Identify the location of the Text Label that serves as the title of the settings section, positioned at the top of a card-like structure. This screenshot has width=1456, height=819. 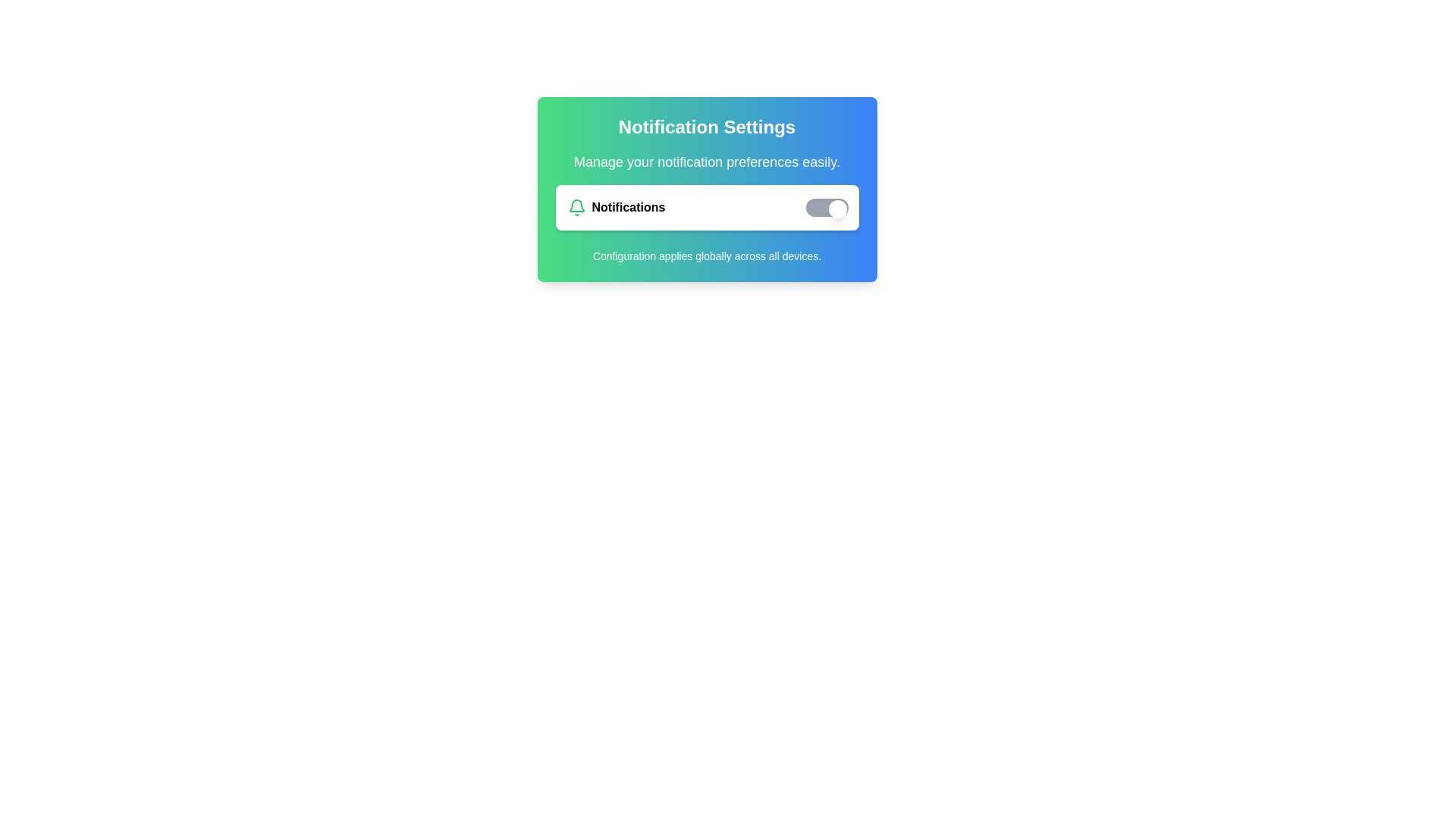
(706, 127).